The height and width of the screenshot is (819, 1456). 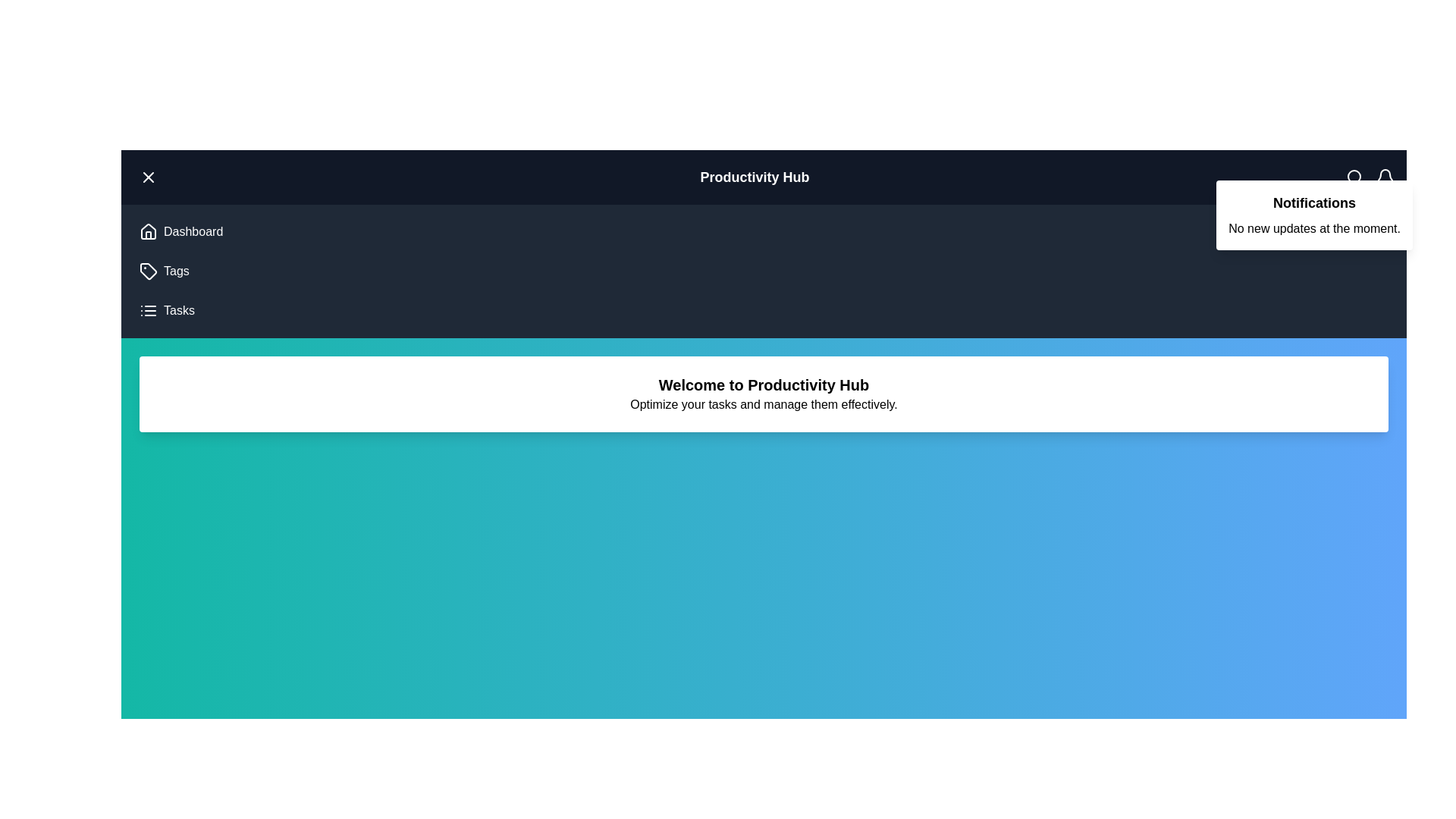 I want to click on the close button of the notifications panel to dismiss it, so click(x=139, y=168).